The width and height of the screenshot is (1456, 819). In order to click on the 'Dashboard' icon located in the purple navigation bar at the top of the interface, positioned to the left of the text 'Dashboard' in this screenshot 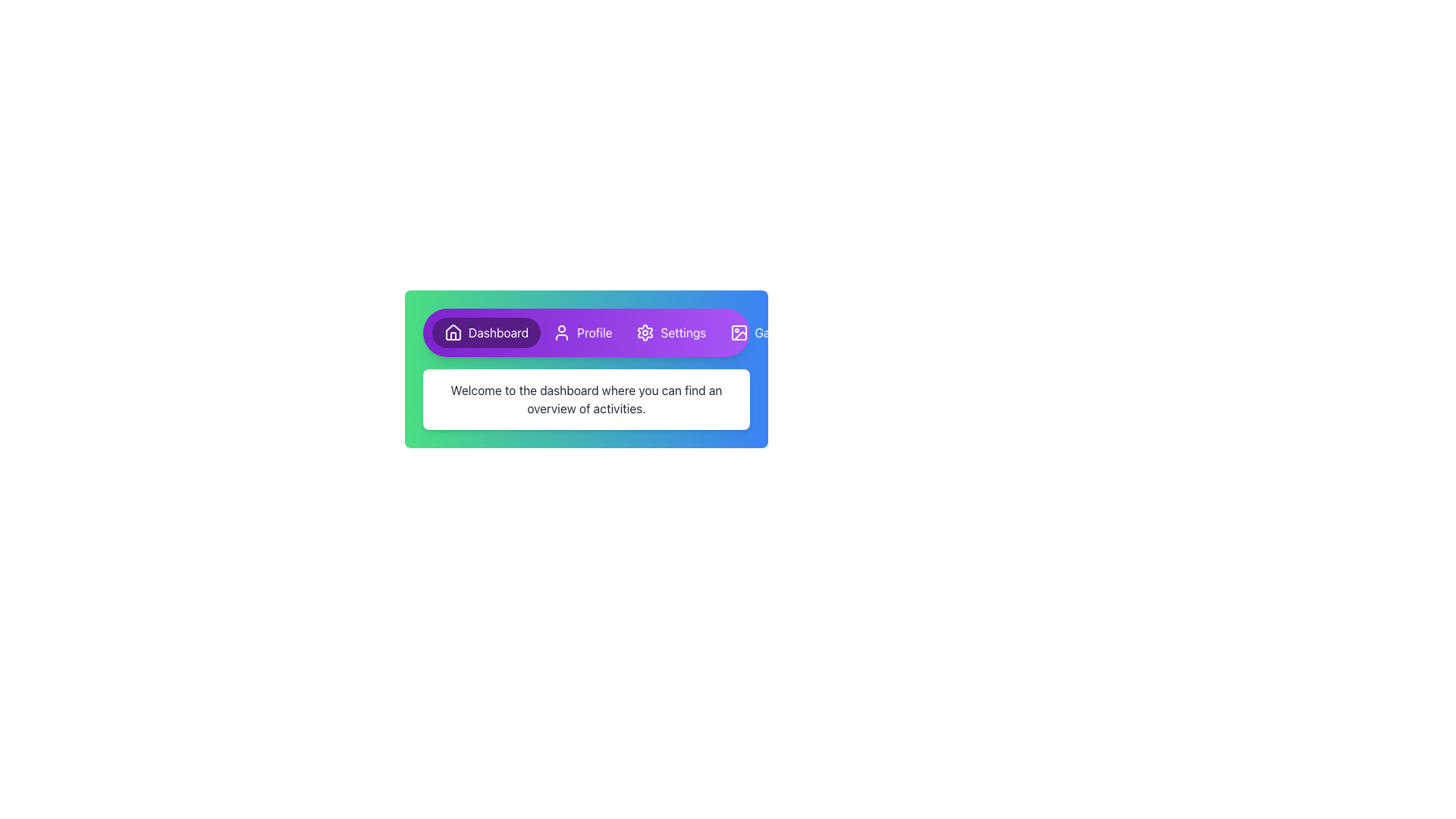, I will do `click(453, 332)`.